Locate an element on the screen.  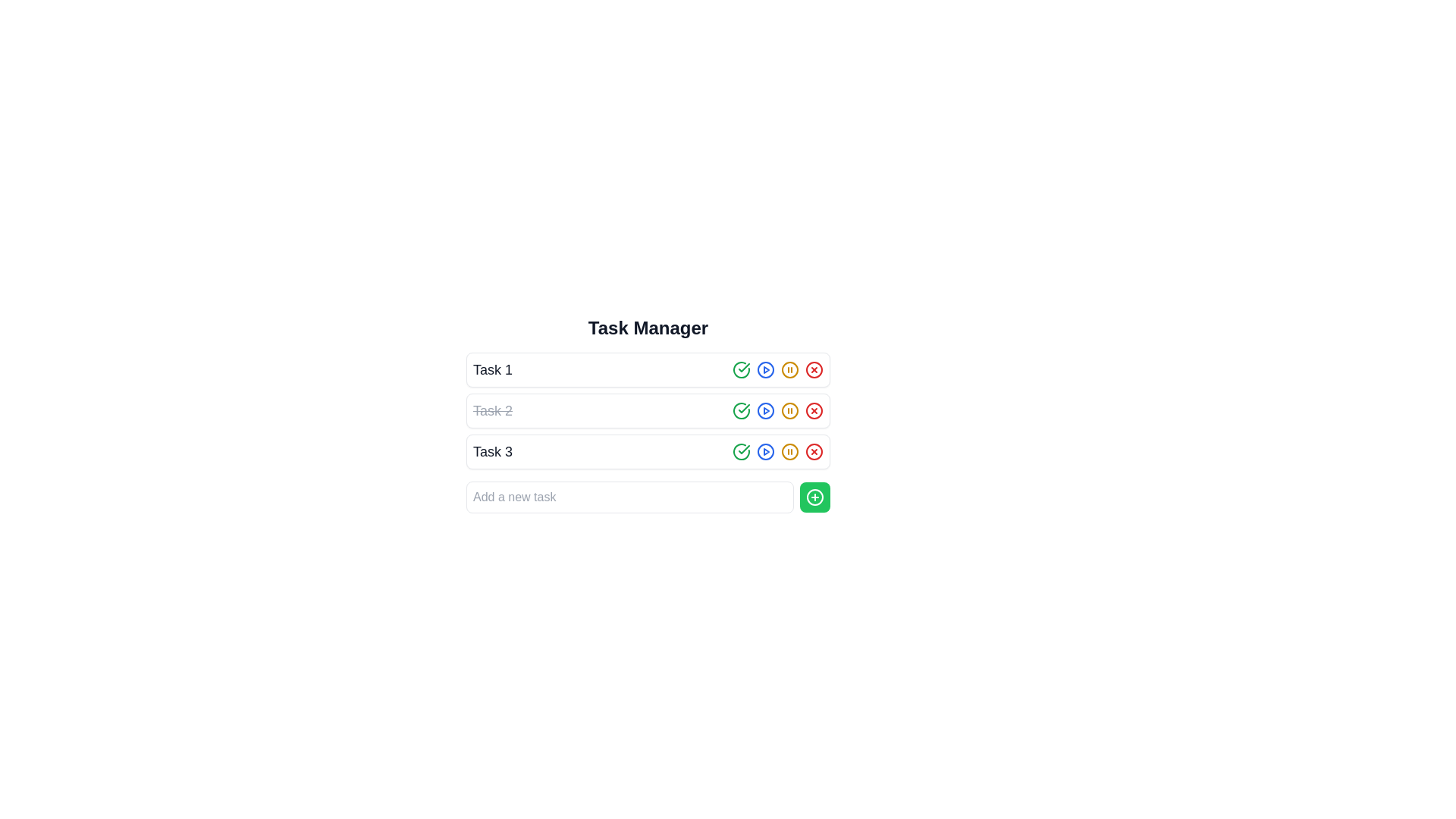
the circular graphical boundary of the play button located in the second row of the task list for Task 2 is located at coordinates (765, 370).